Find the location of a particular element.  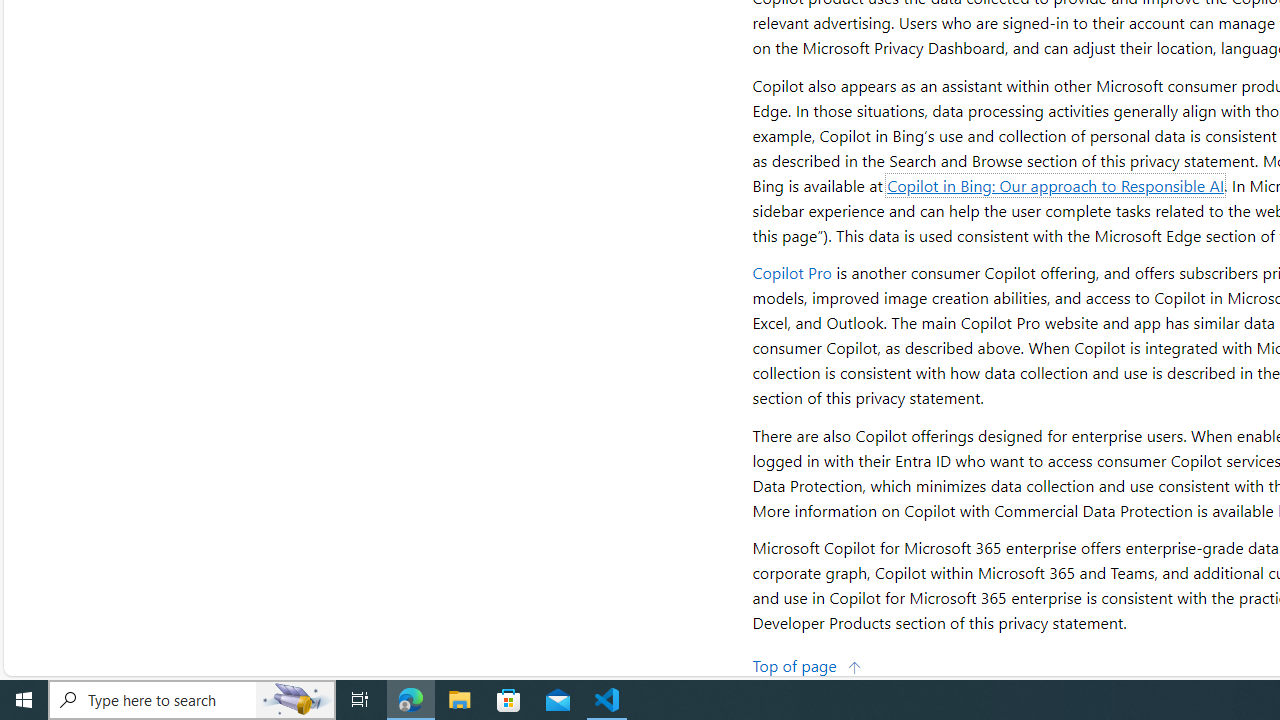

'Copilot in Bing: Our approach to Responsible AI' is located at coordinates (1055, 185).